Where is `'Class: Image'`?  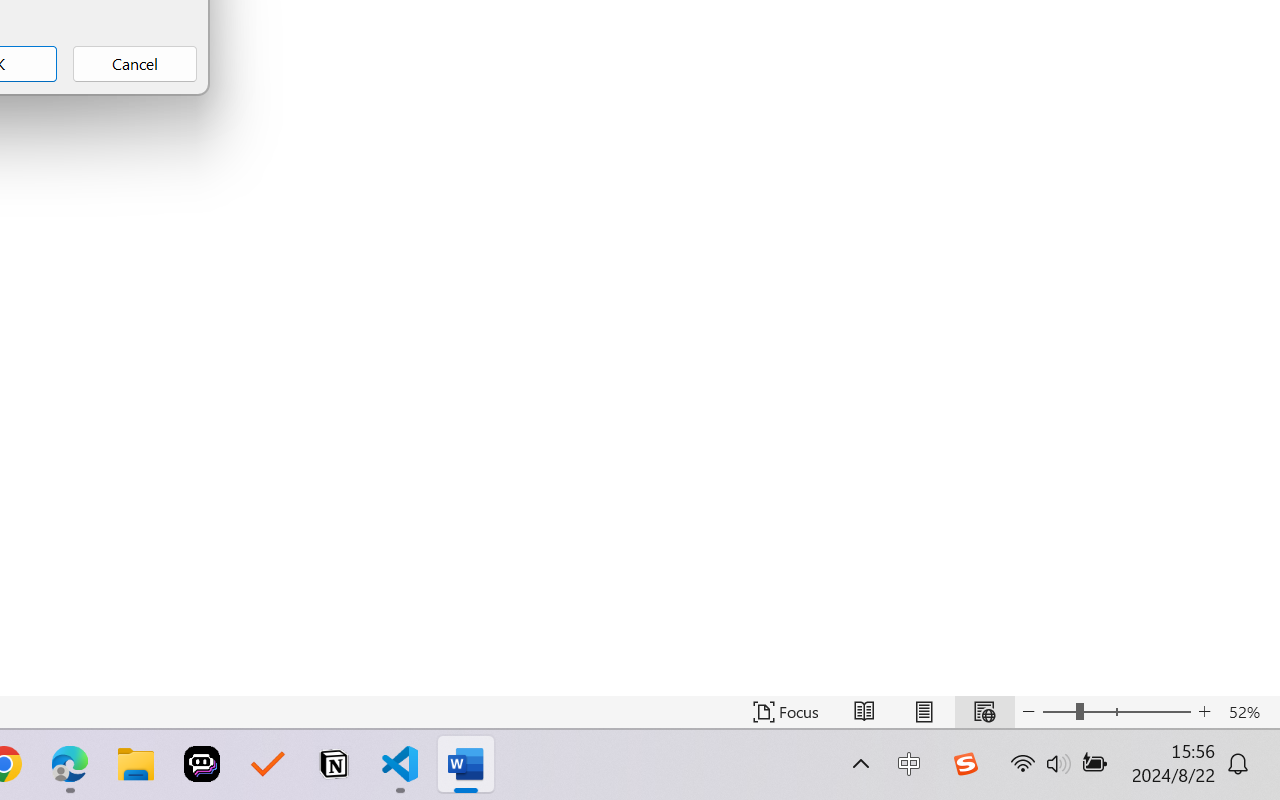 'Class: Image' is located at coordinates (965, 764).